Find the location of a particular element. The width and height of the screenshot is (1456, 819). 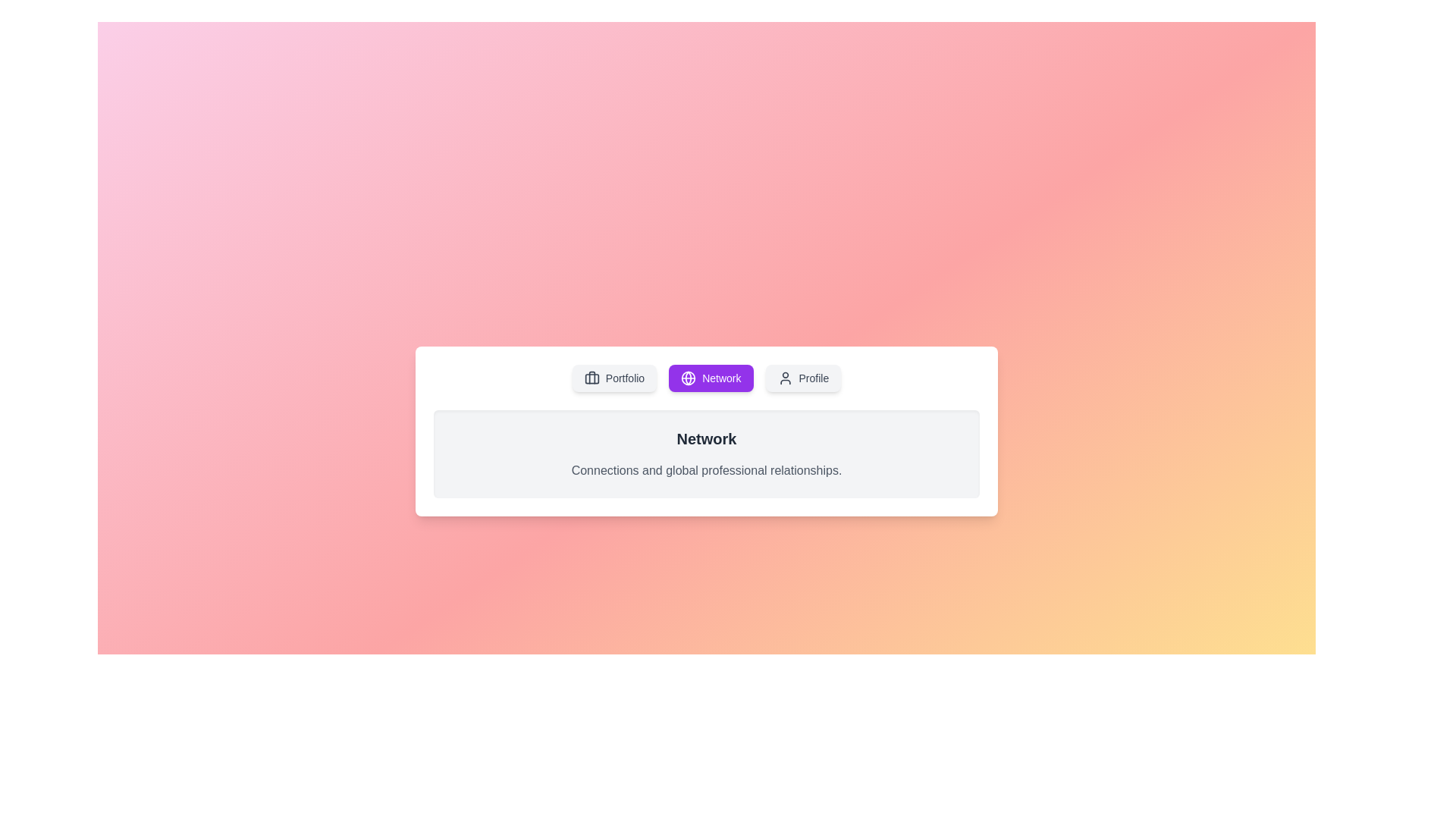

the Network tab to switch the content is located at coordinates (709, 377).